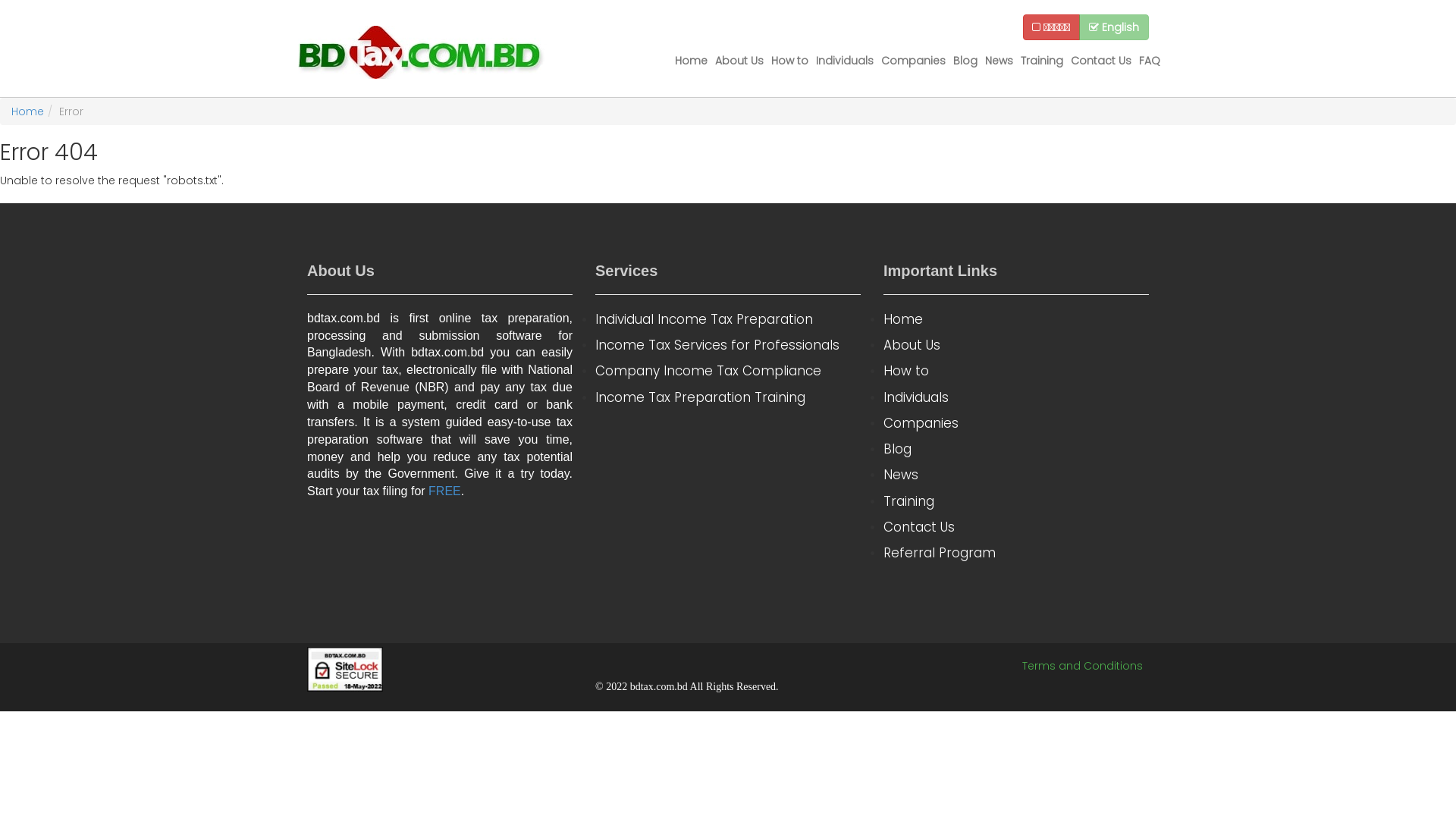  Describe the element at coordinates (27, 110) in the screenshot. I see `'Home'` at that location.